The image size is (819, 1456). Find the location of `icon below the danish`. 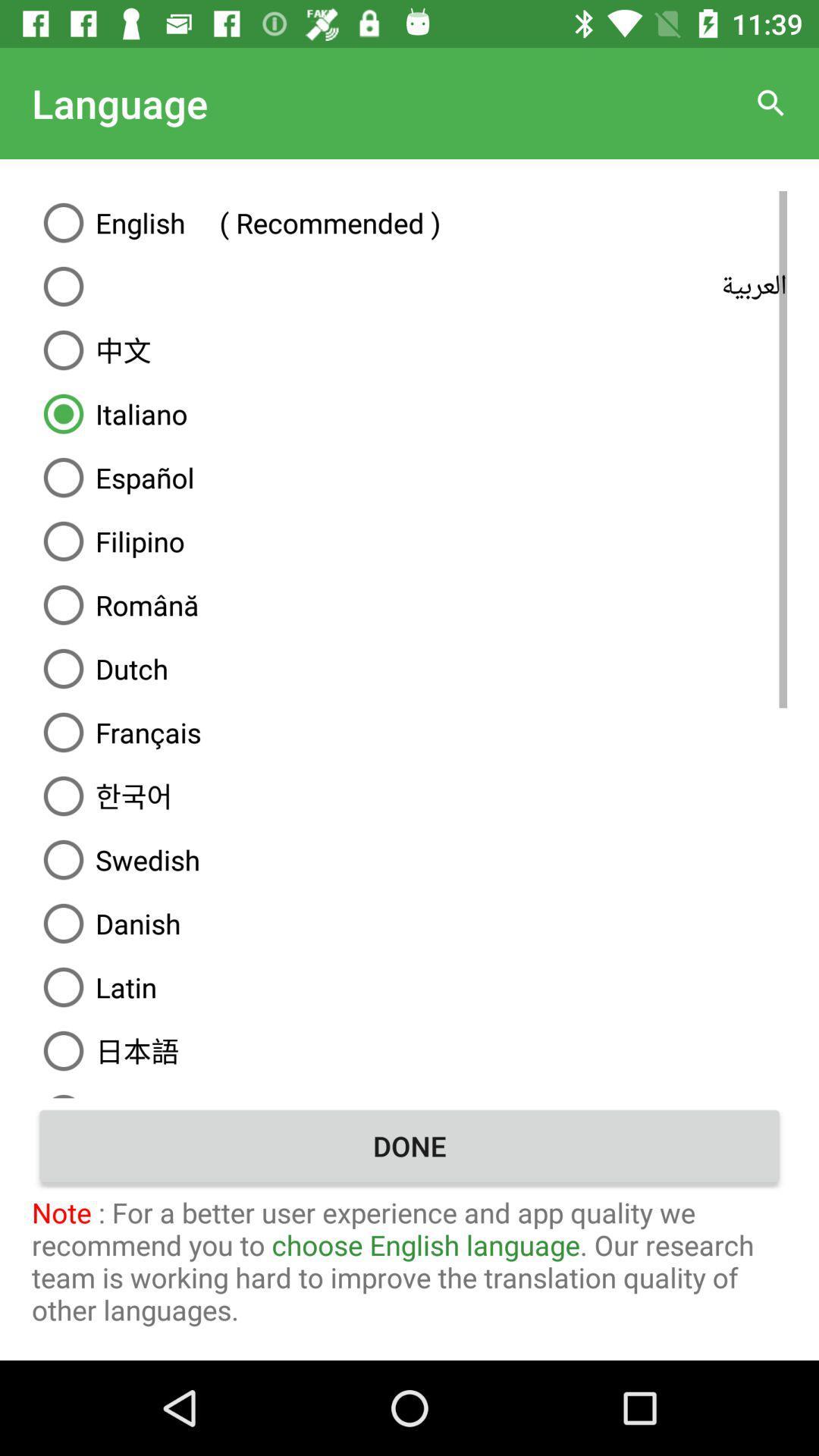

icon below the danish is located at coordinates (409, 987).